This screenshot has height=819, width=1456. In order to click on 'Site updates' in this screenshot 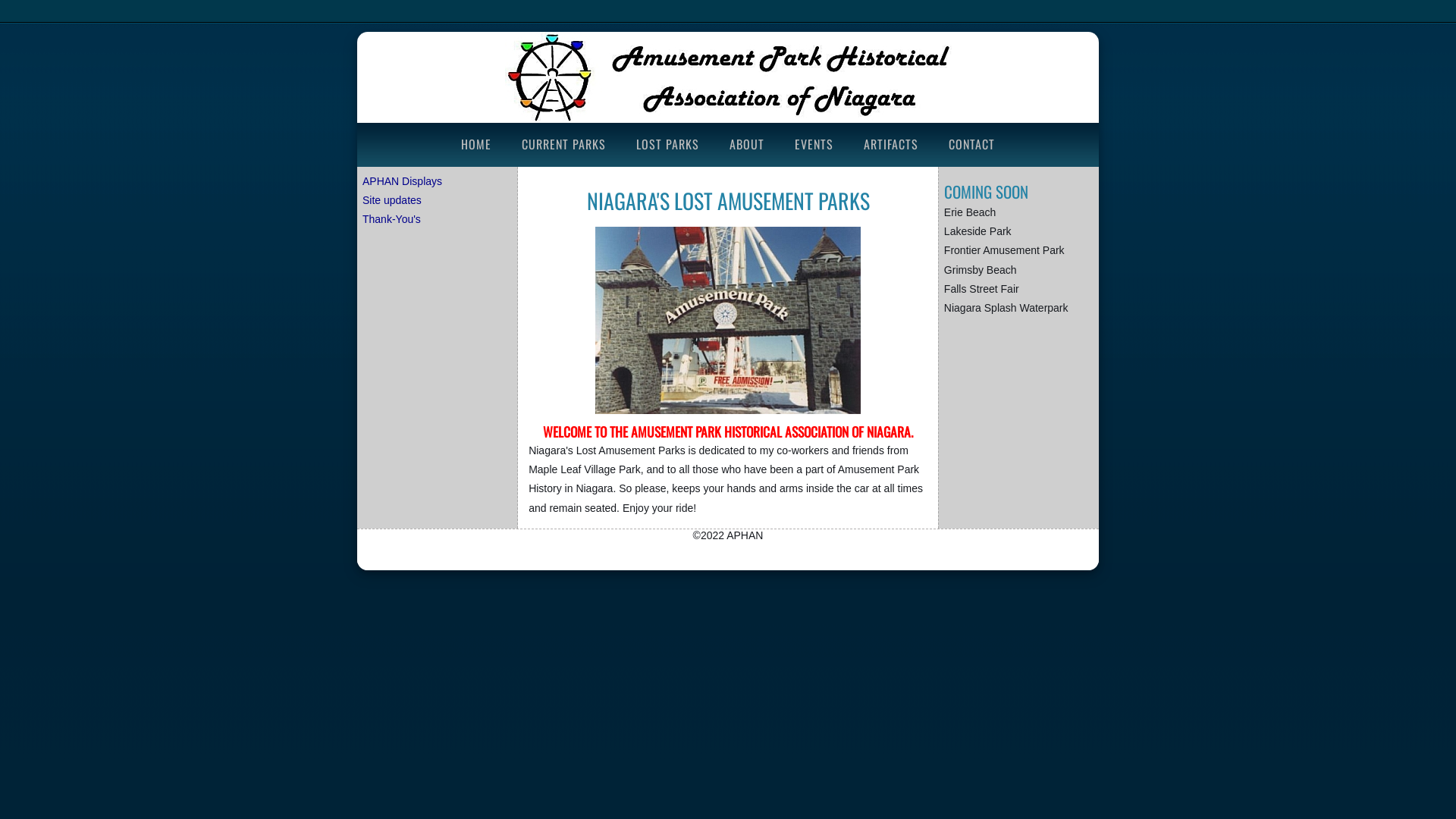, I will do `click(392, 199)`.